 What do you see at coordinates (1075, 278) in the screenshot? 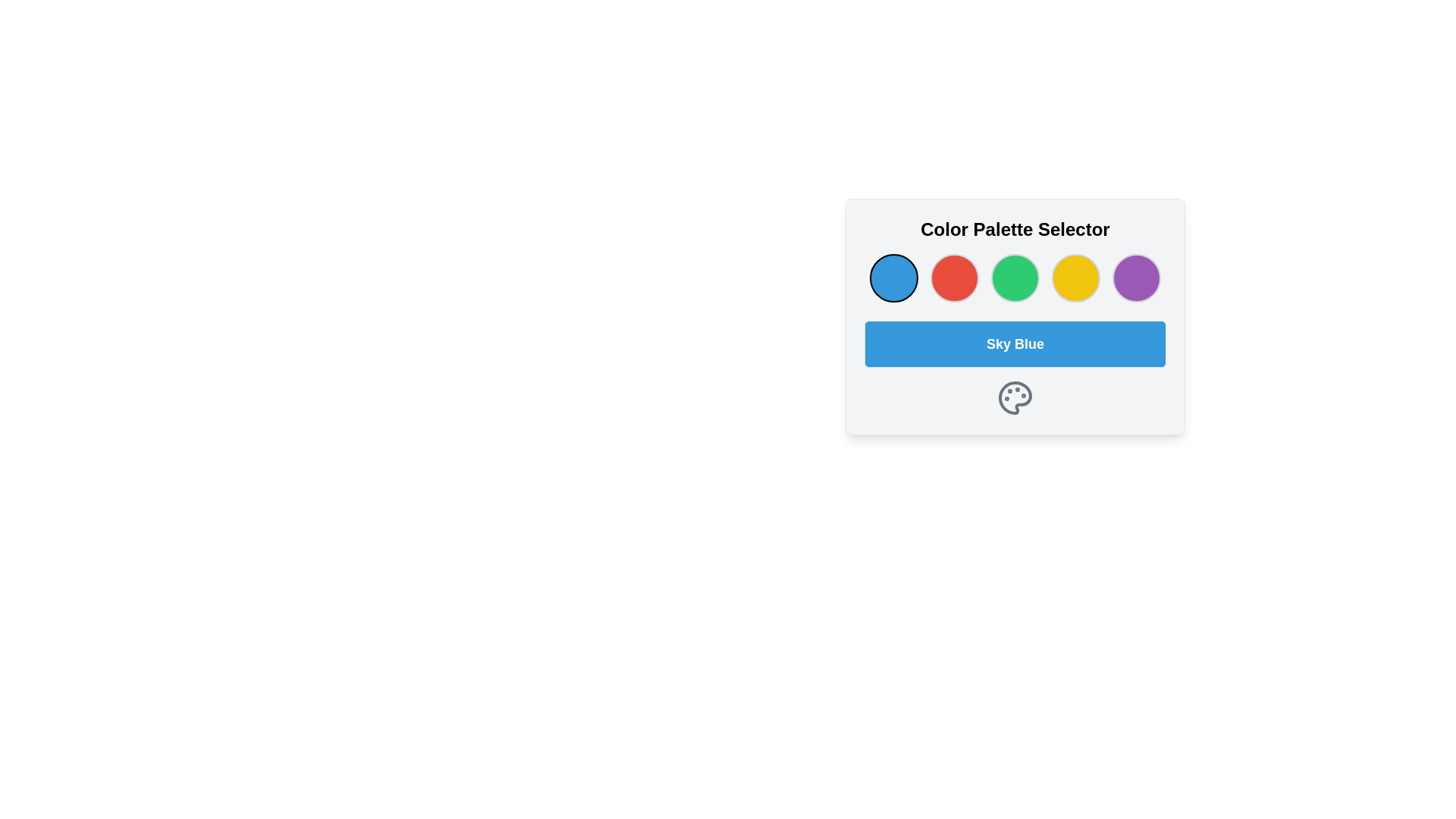
I see `the fourth circular button with a bright yellow background and gray border in the 'Color Palette Selector' interface` at bounding box center [1075, 278].